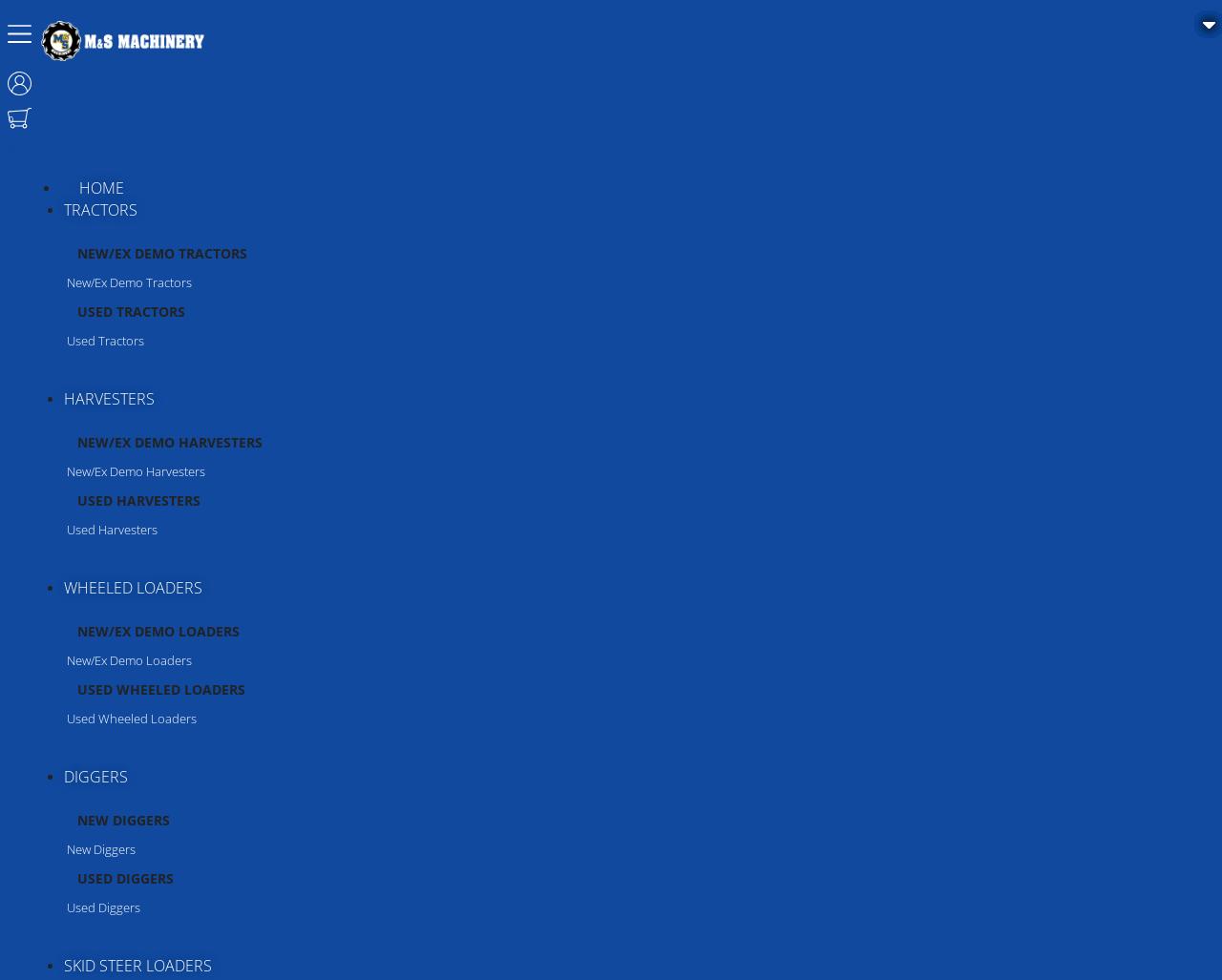 Image resolution: width=1222 pixels, height=980 pixels. I want to click on 'Strautmann', so click(103, 740).